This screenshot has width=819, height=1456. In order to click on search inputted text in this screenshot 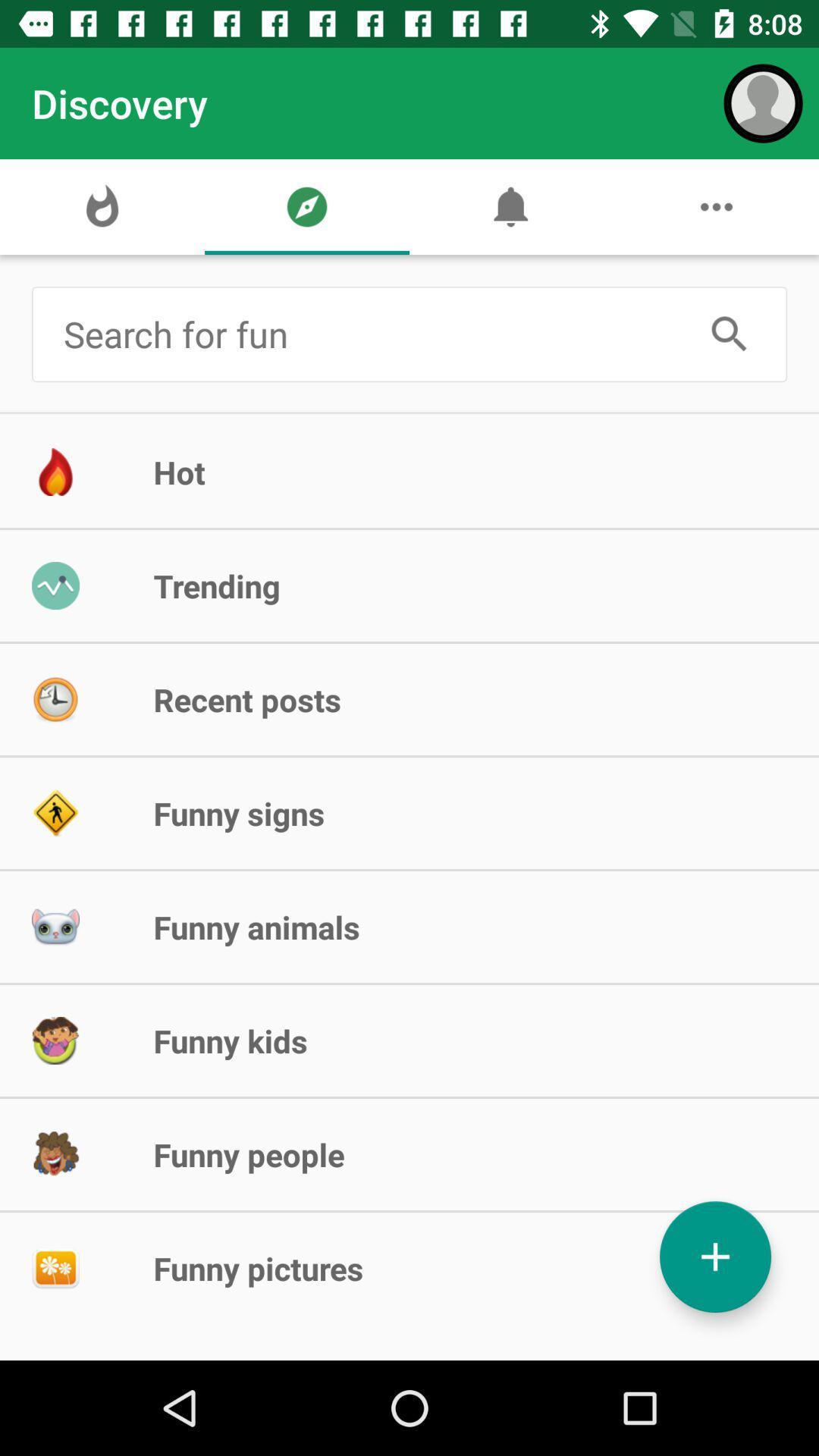, I will do `click(729, 334)`.